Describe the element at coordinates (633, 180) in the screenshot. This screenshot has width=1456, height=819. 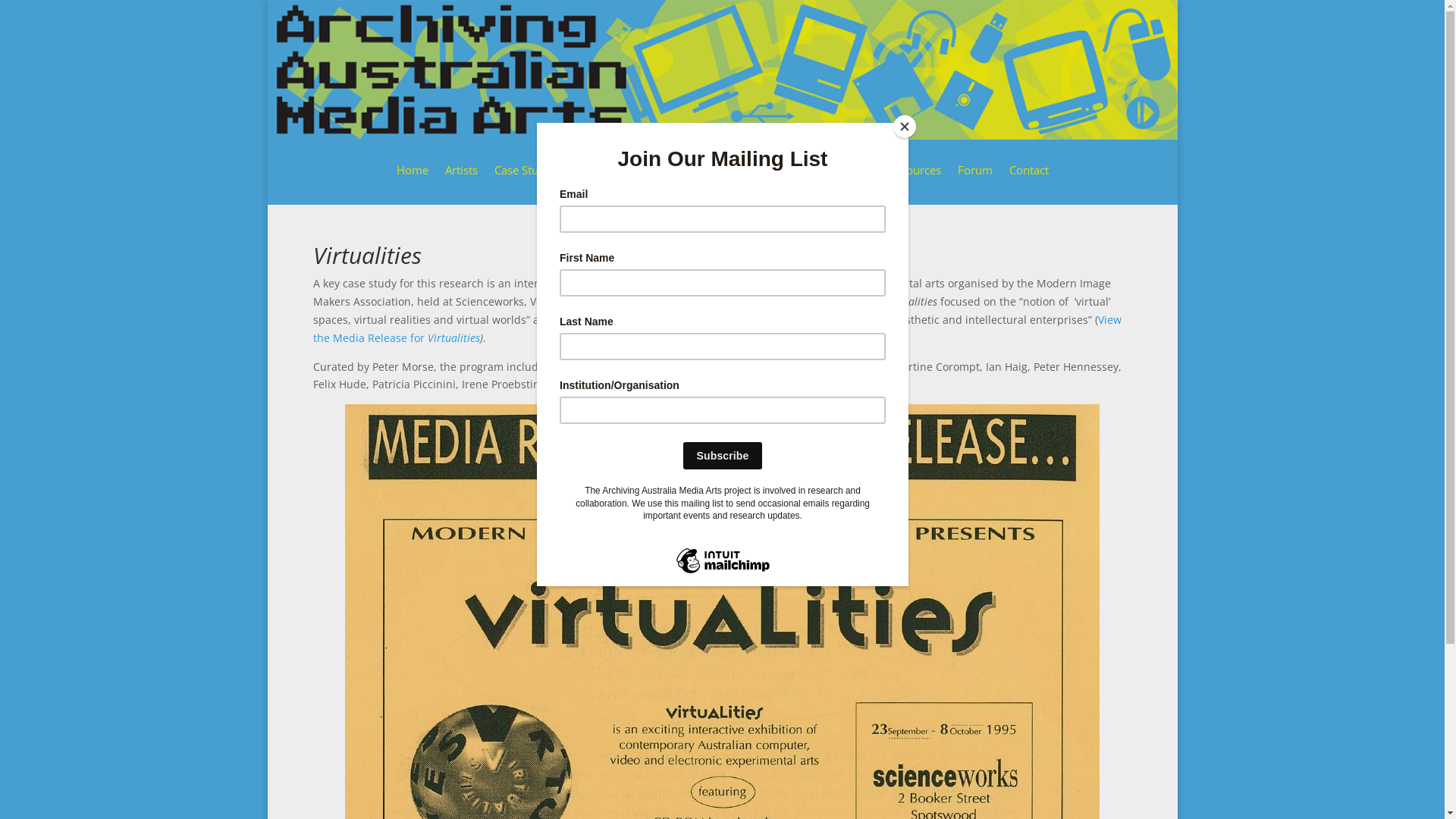
I see `'Project Partners'` at that location.